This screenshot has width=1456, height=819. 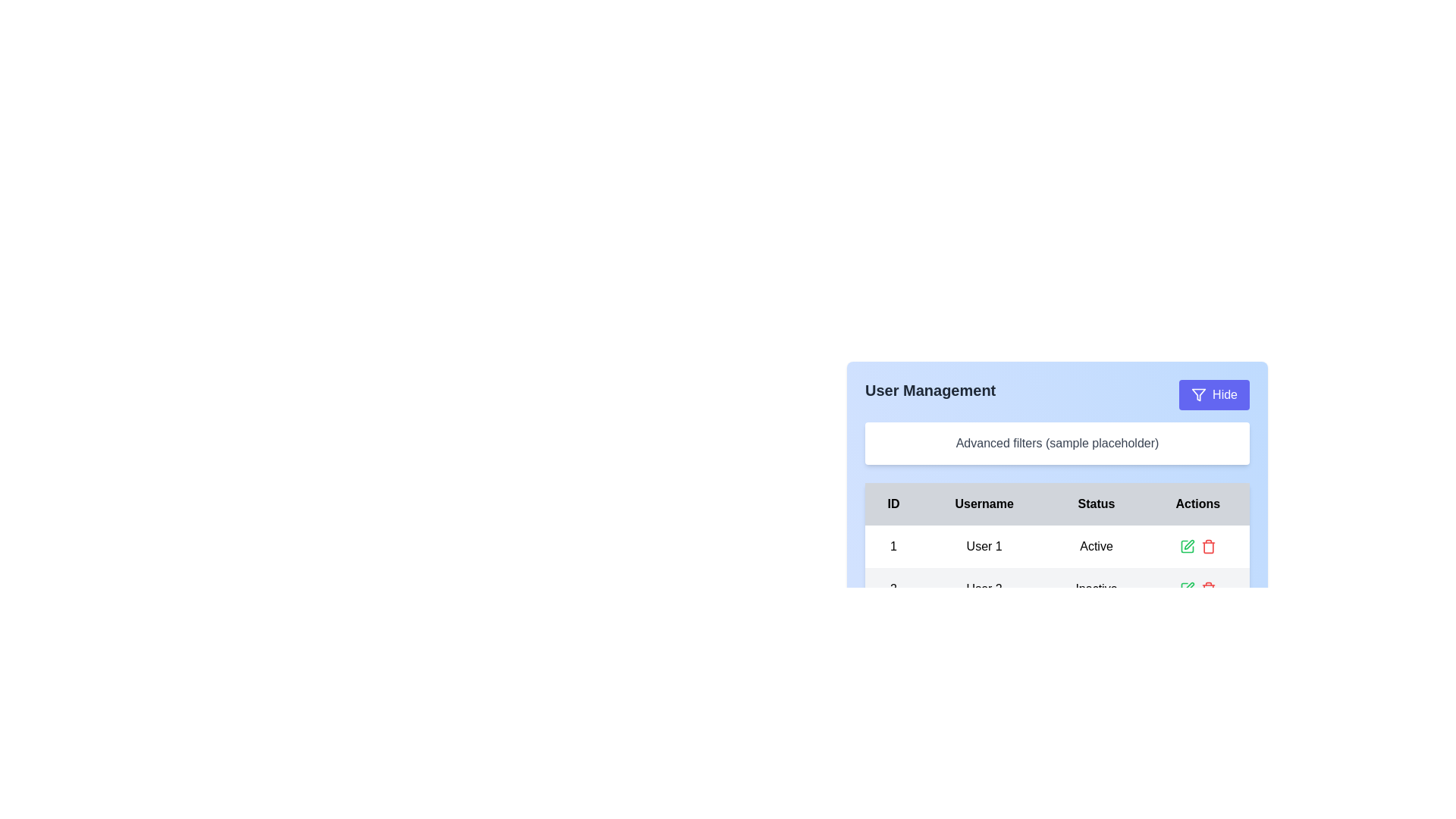 I want to click on the green edit icon located in the 'Actions' column of the first row in the User Management table, so click(x=1186, y=547).